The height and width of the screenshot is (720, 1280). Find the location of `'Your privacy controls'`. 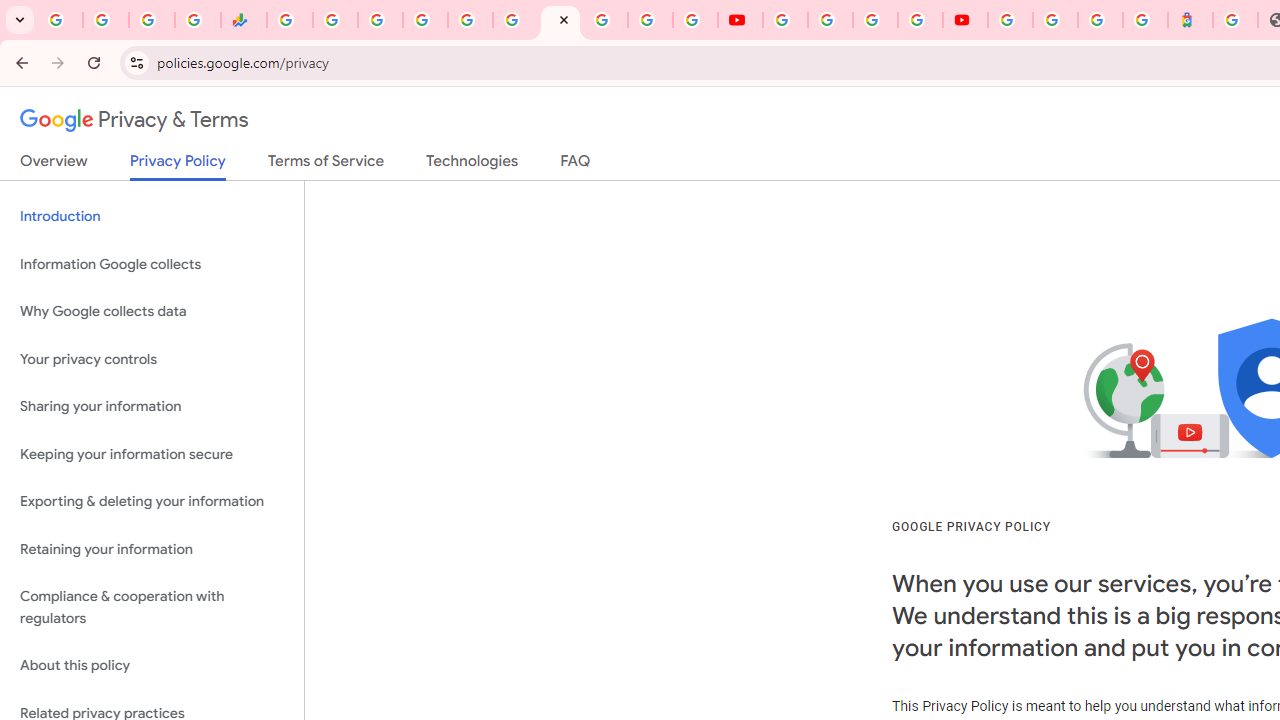

'Your privacy controls' is located at coordinates (151, 358).